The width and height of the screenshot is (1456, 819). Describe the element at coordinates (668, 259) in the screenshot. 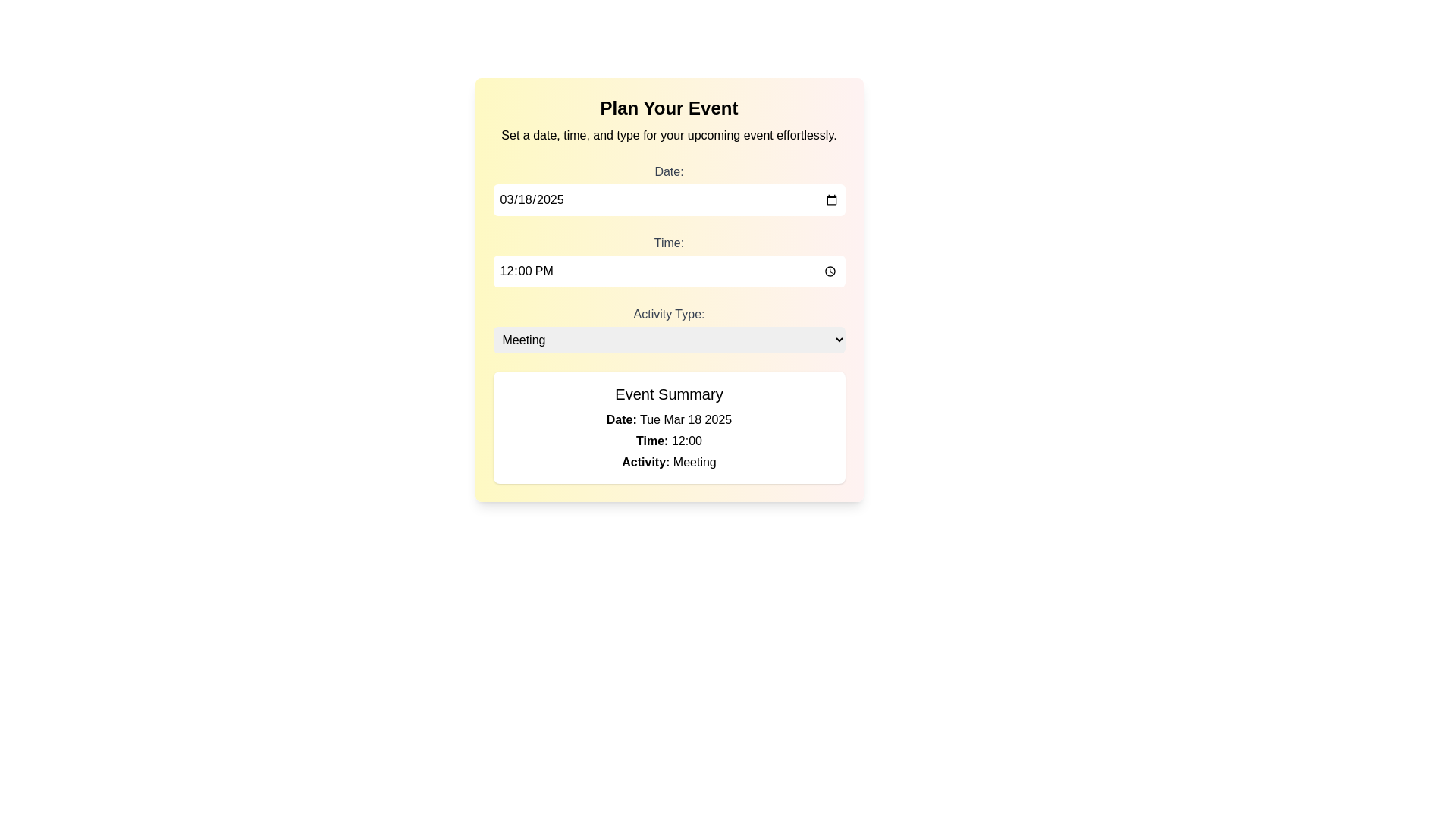

I see `time from the time picker in the Time input field labeled 'Time:', which is the second input field in the panel, located beneath the 'Date:' field` at that location.